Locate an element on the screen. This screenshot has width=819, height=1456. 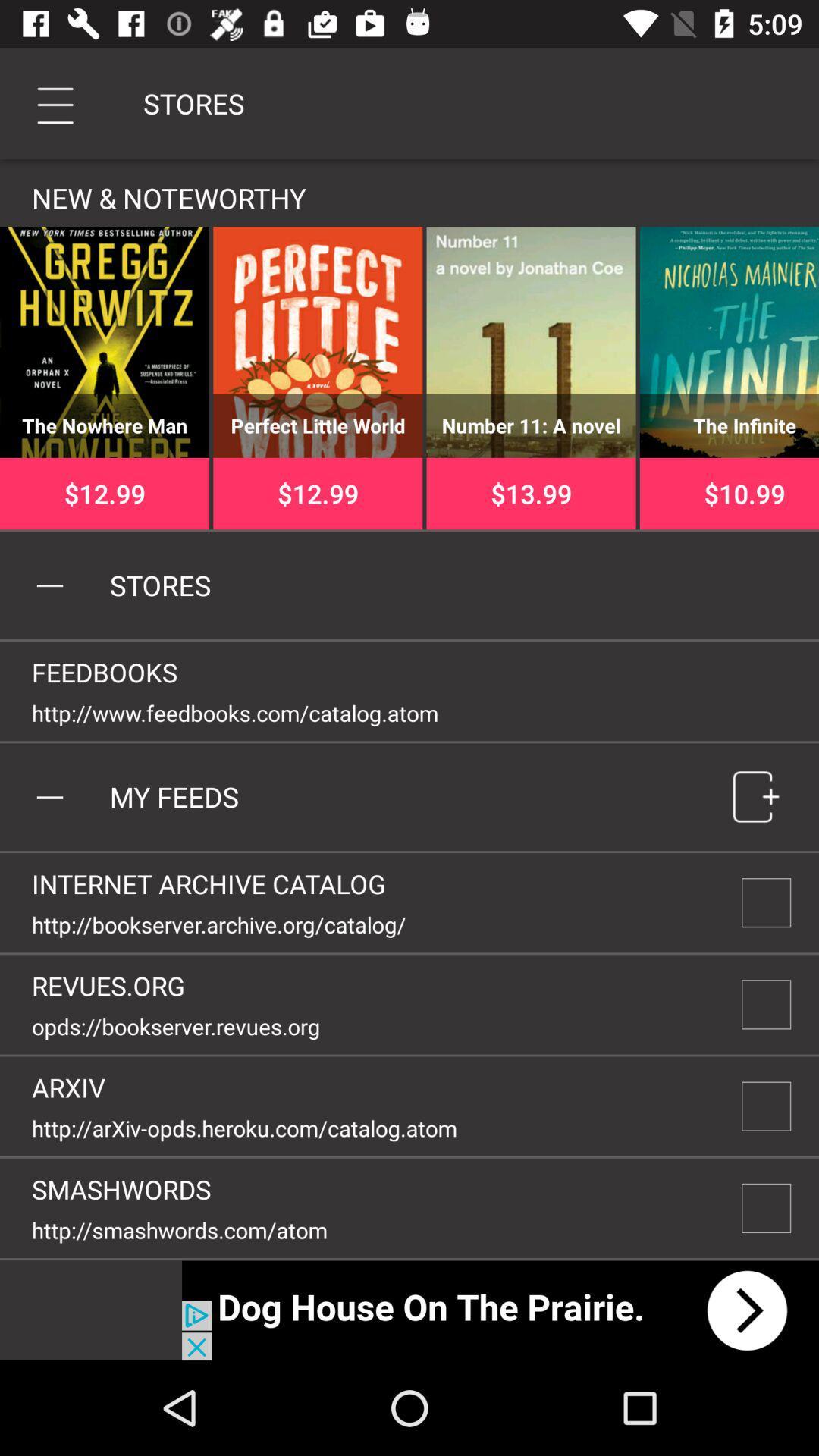
next is located at coordinates (500, 1310).